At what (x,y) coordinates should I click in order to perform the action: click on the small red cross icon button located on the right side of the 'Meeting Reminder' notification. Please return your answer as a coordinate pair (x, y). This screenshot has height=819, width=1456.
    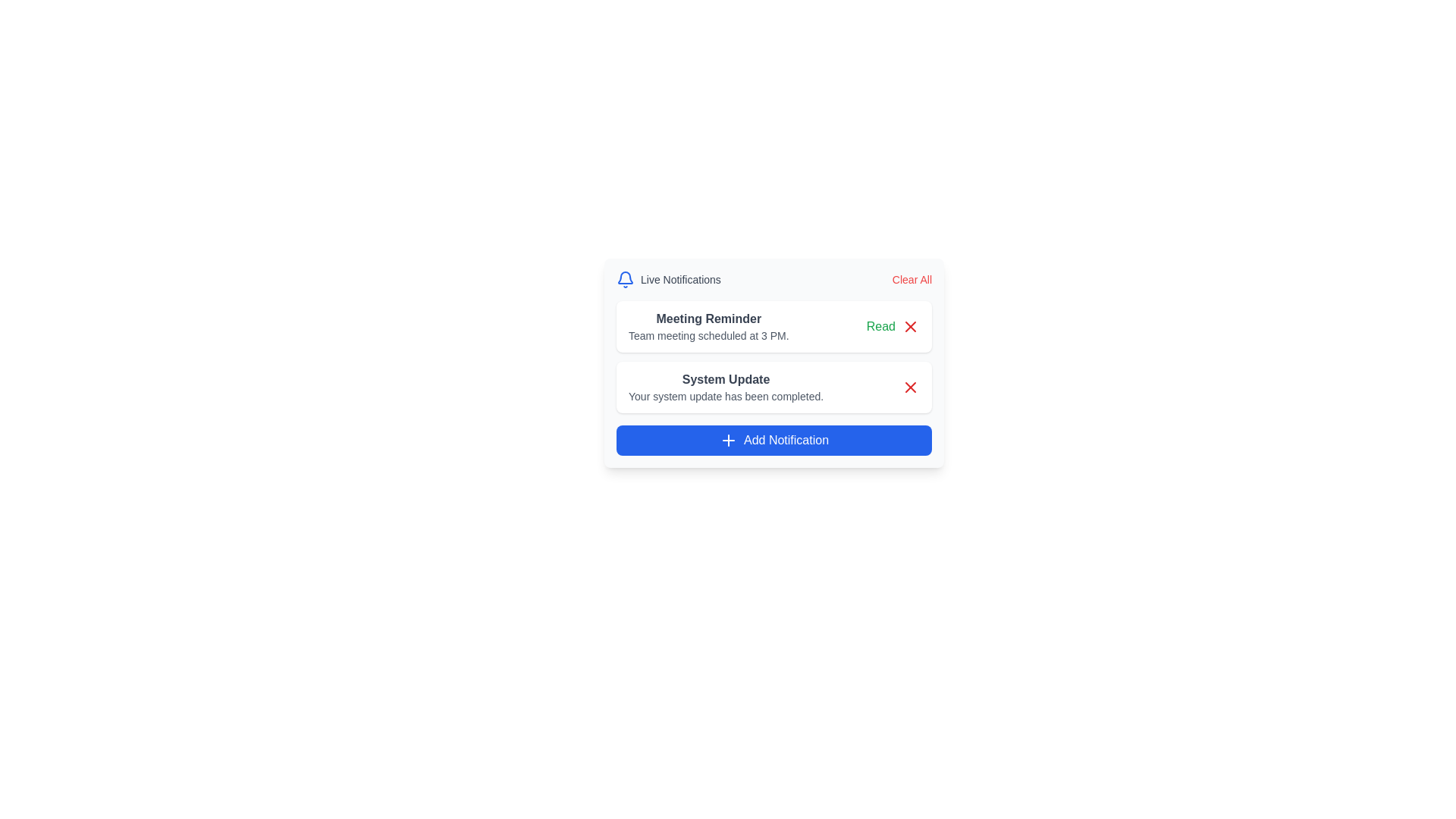
    Looking at the image, I should click on (910, 326).